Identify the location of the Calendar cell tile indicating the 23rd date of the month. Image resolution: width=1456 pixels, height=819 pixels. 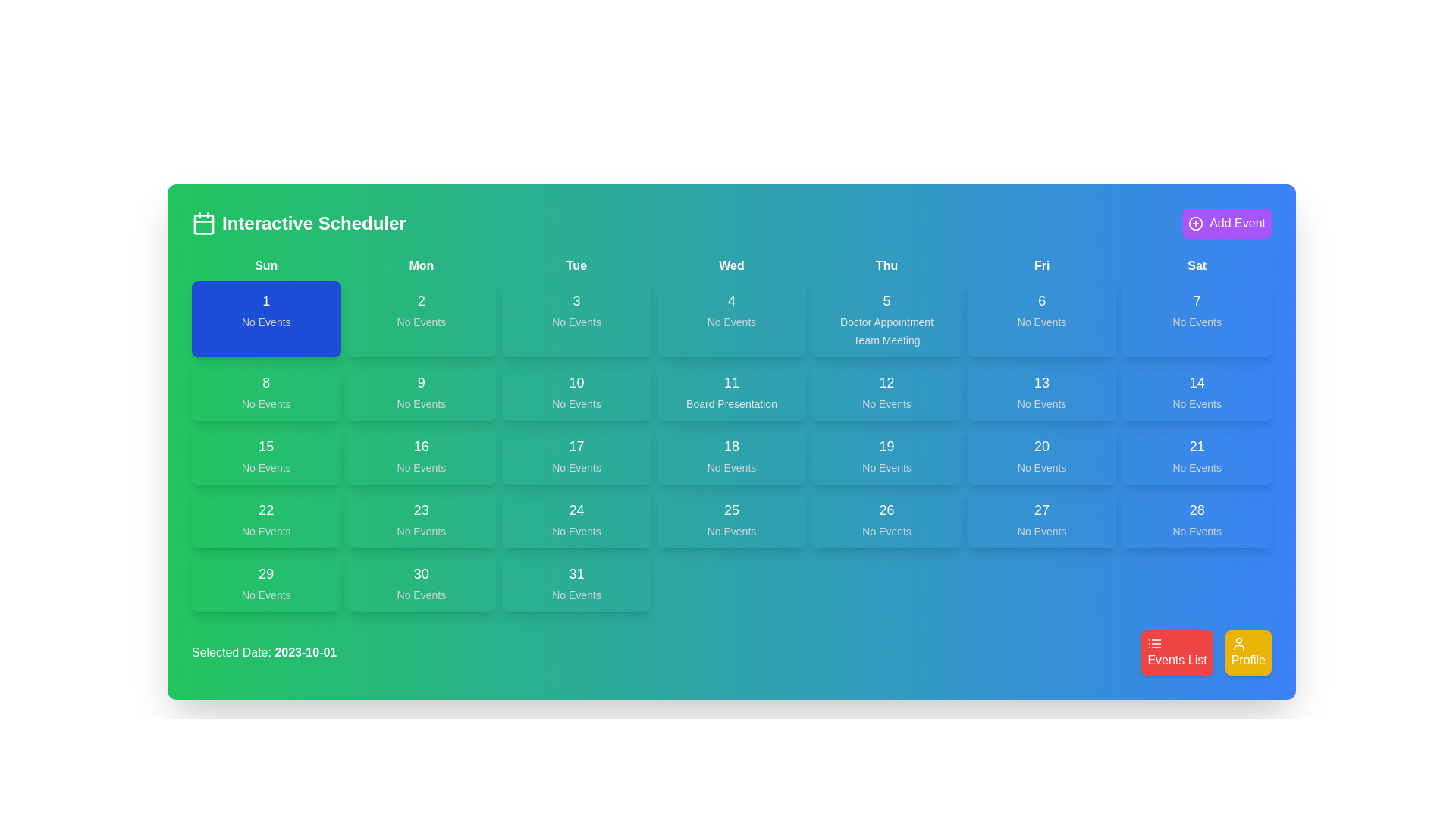
(421, 519).